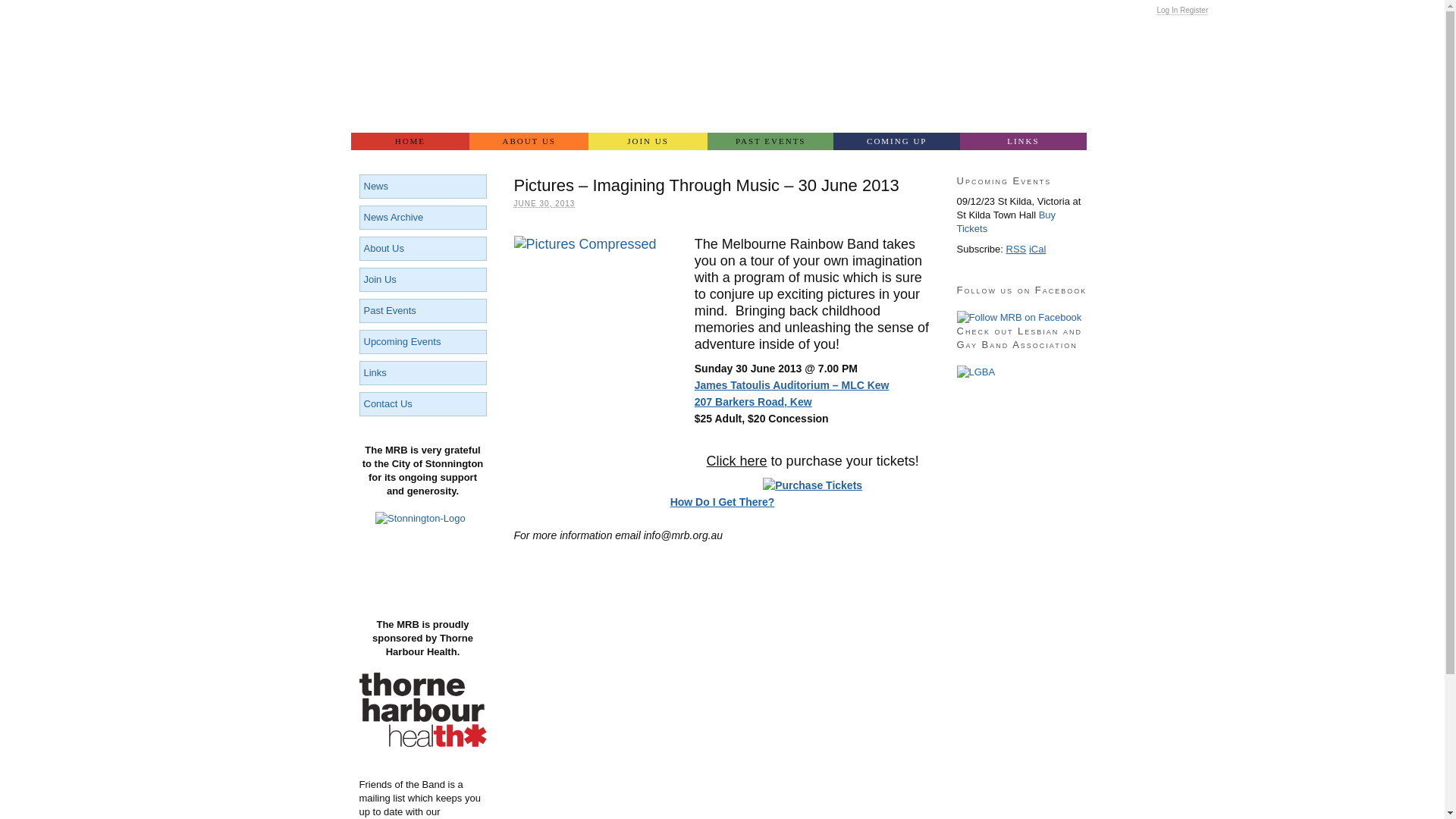 The height and width of the screenshot is (819, 1456). I want to click on 'Log In Register', so click(1181, 11).